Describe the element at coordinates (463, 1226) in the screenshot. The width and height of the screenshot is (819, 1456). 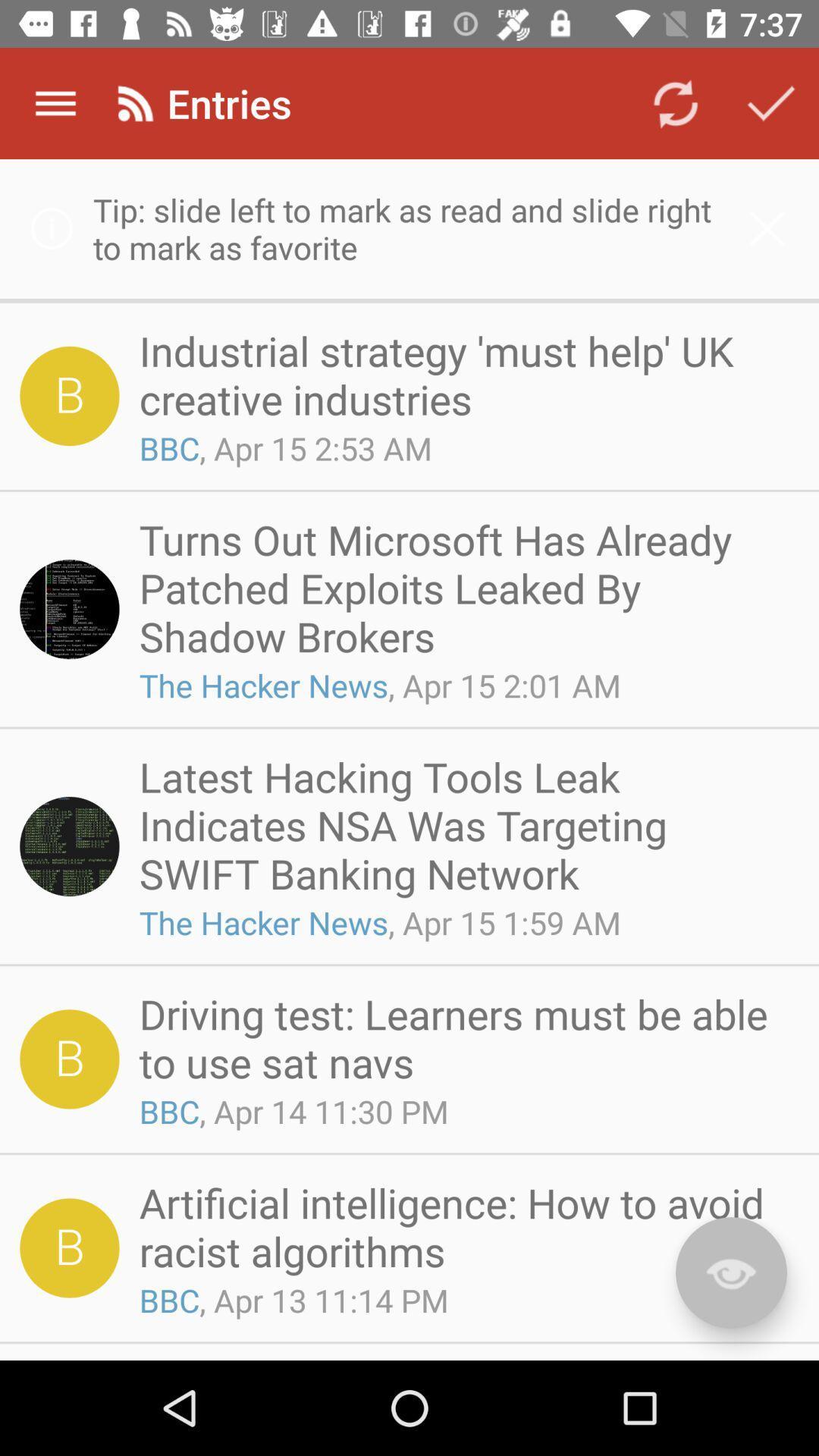
I see `artificial intelligence how app` at that location.